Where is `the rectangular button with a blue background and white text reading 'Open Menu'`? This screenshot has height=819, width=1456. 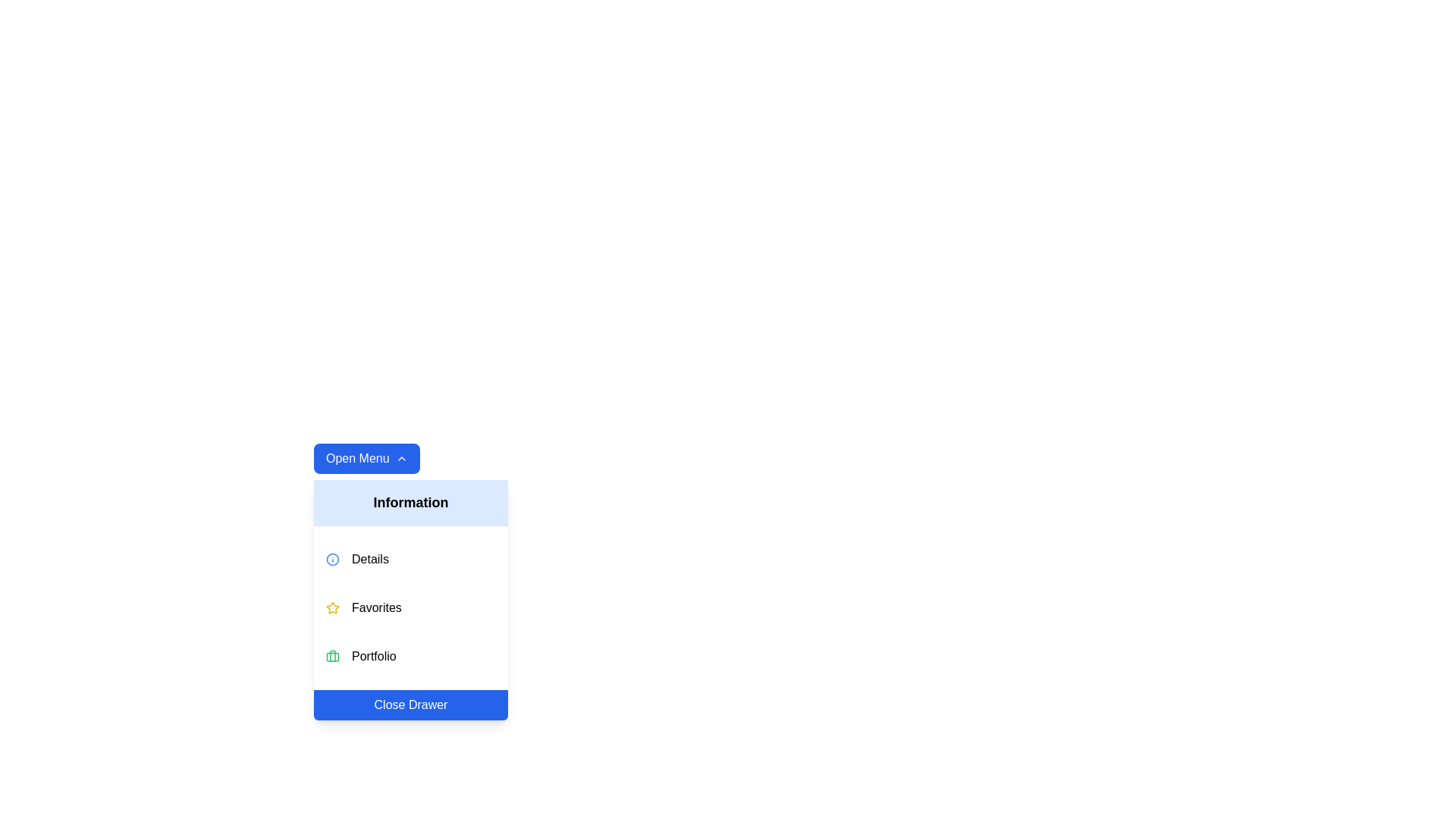
the rectangular button with a blue background and white text reading 'Open Menu' is located at coordinates (366, 458).